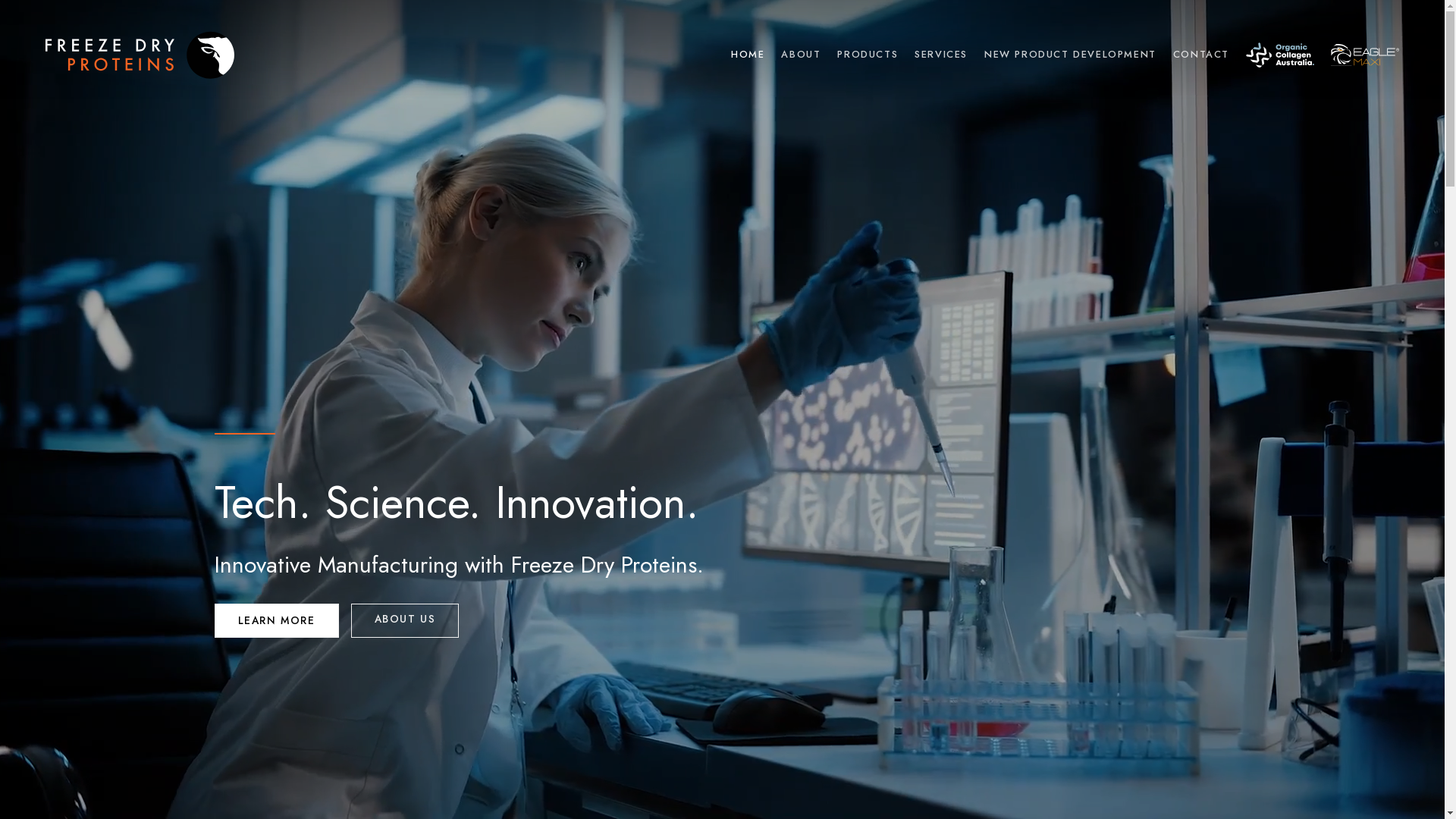 The image size is (1456, 819). Describe the element at coordinates (404, 620) in the screenshot. I see `'ABOUT US'` at that location.